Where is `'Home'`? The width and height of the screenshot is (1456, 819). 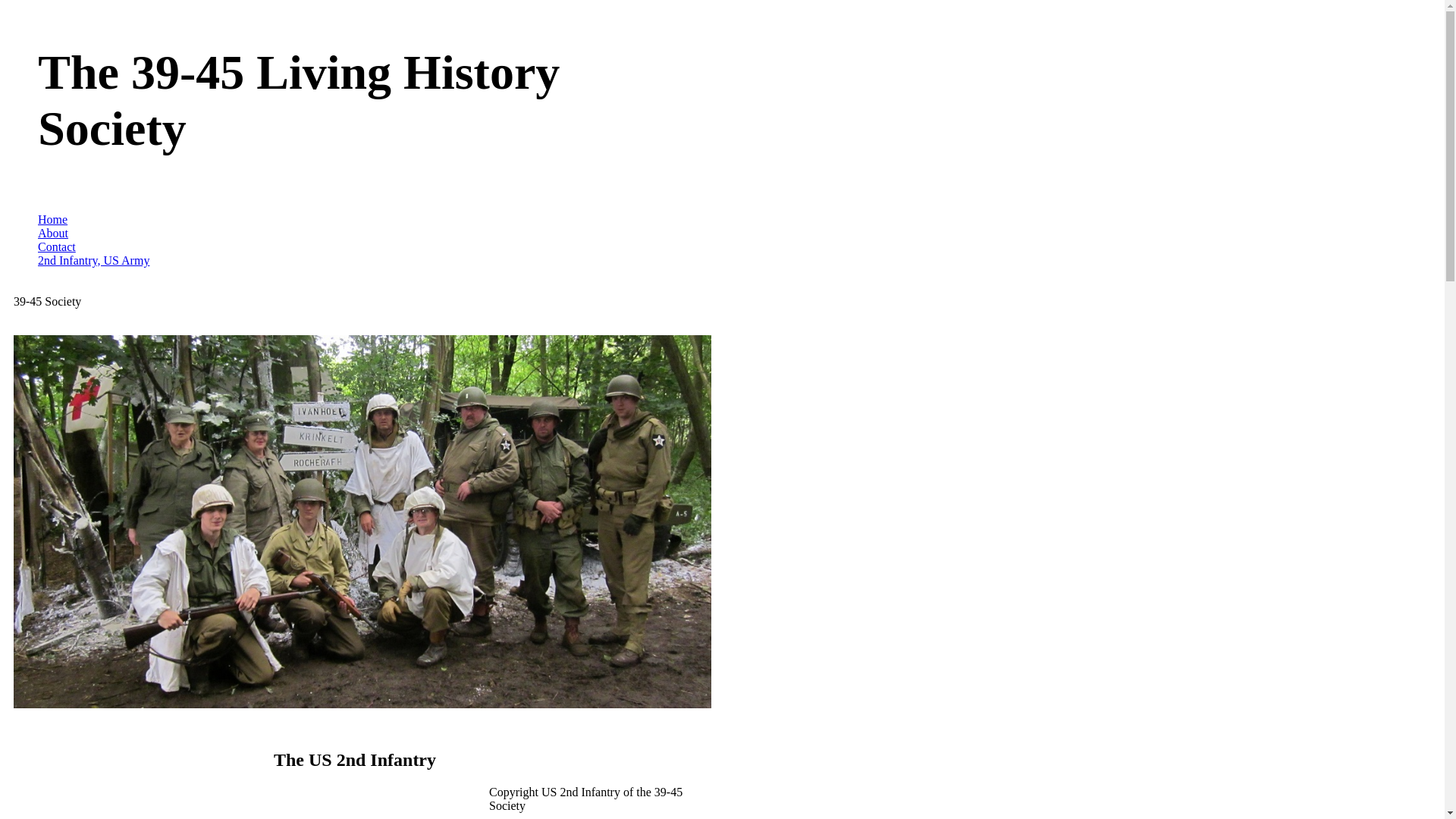 'Home' is located at coordinates (52, 219).